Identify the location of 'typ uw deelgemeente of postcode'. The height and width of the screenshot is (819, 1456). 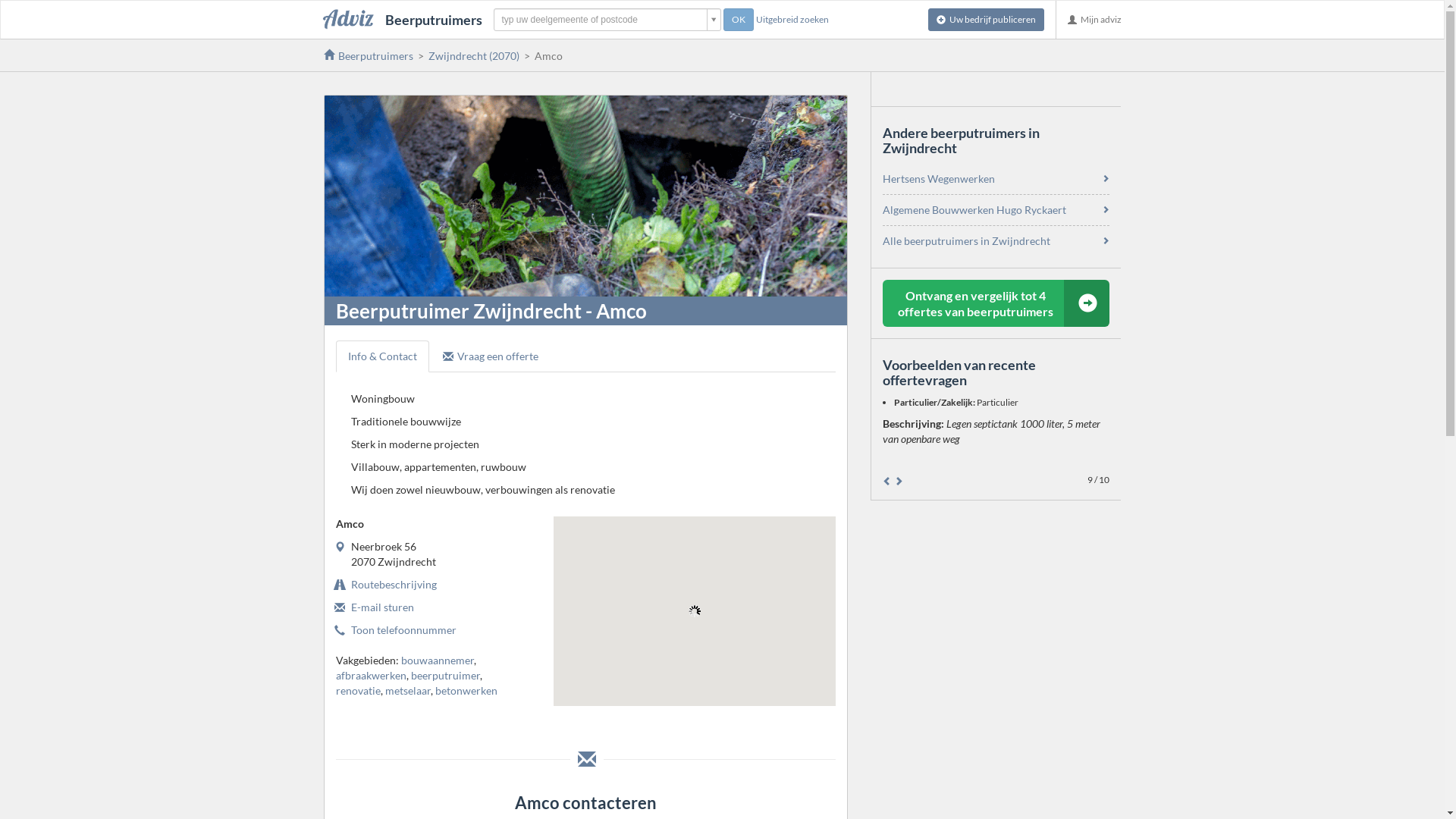
(607, 20).